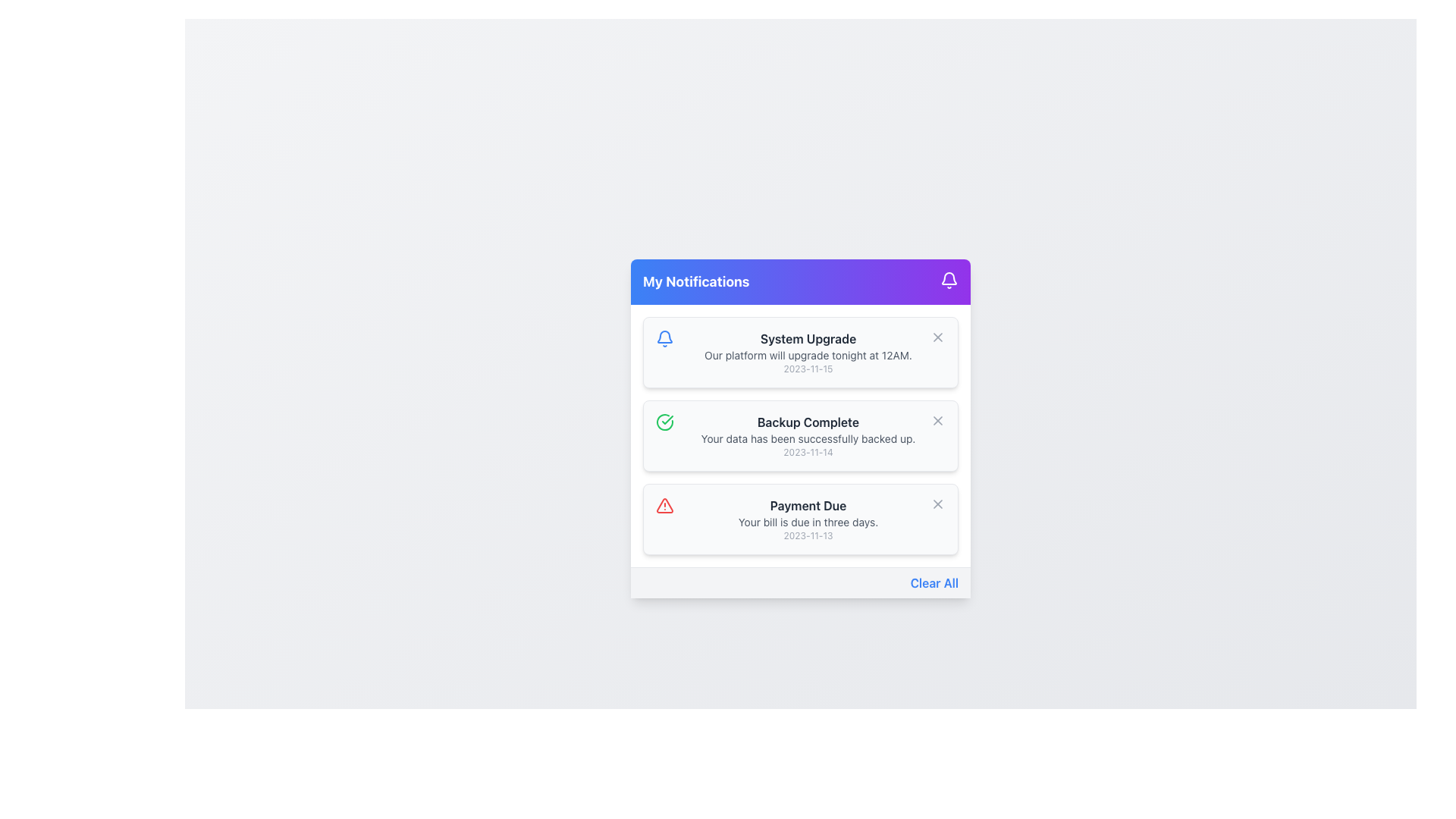 The image size is (1456, 819). Describe the element at coordinates (807, 354) in the screenshot. I see `the Text Block that provides details about the system upgrade scheduled for tonight at 12AM, which is positioned below the 'System Upgrade' header` at that location.